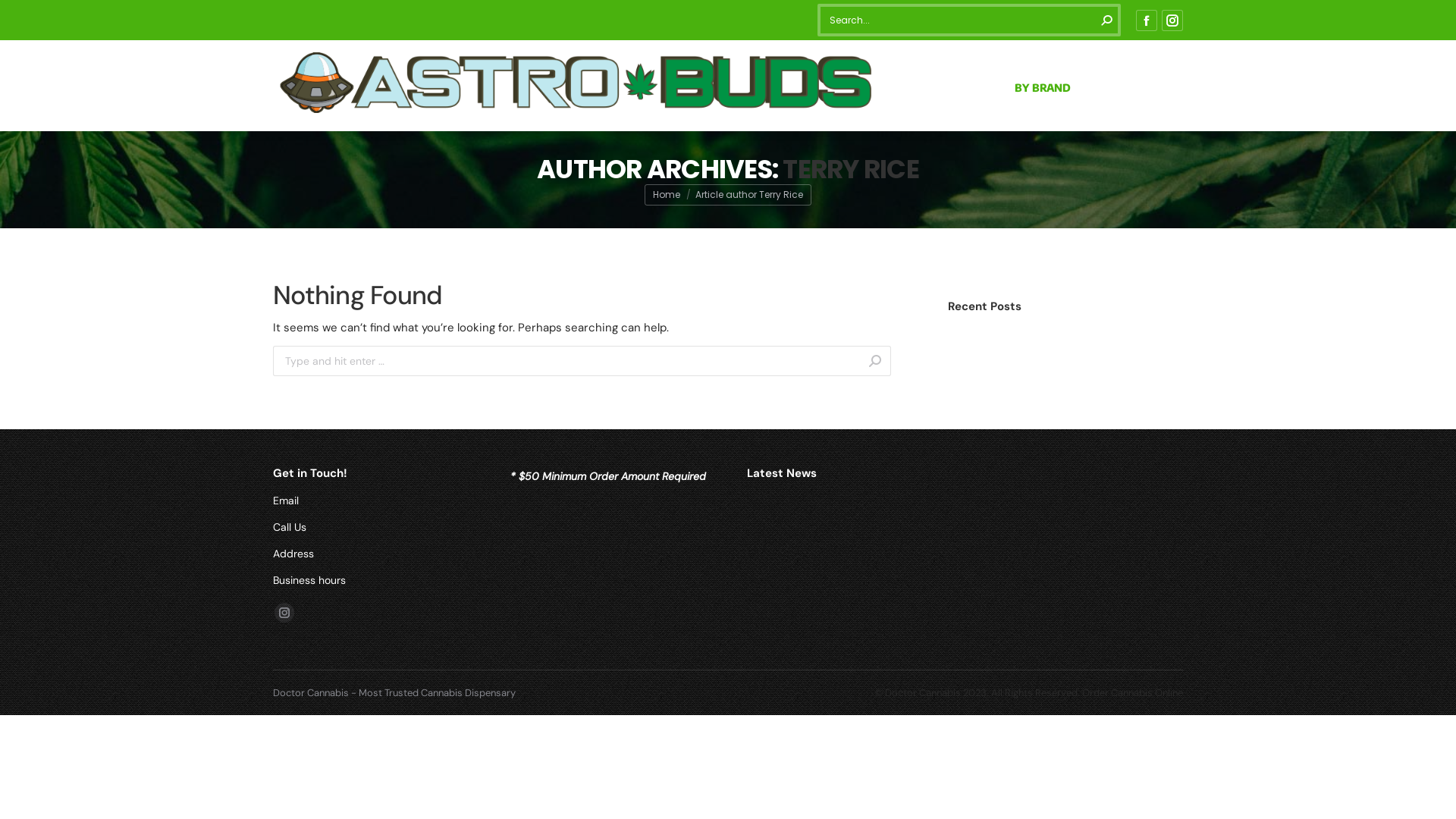  Describe the element at coordinates (968, 20) in the screenshot. I see `'Search form'` at that location.